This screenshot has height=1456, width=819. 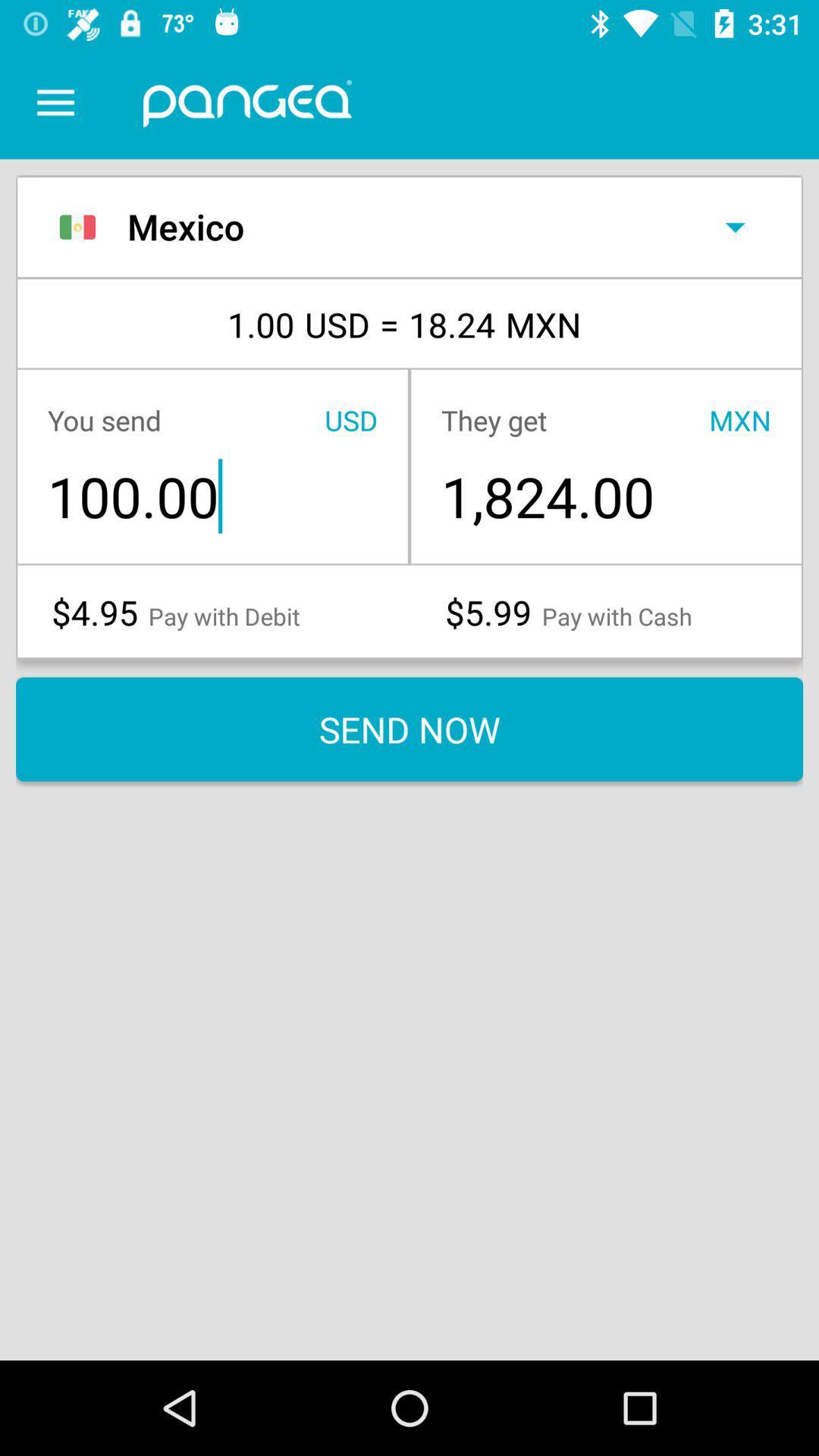 What do you see at coordinates (605, 496) in the screenshot?
I see `item above $5.99 icon` at bounding box center [605, 496].